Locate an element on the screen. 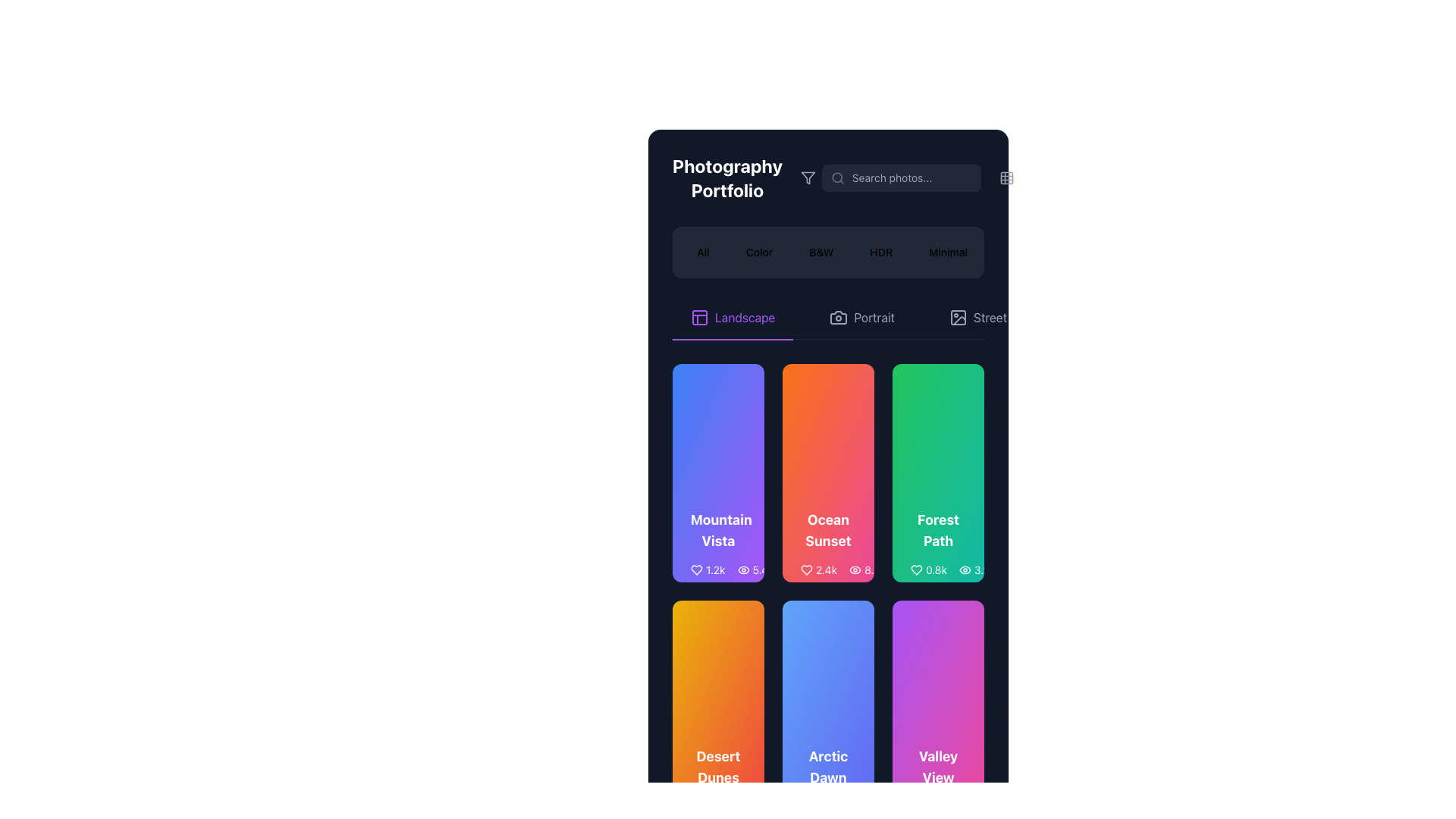 The height and width of the screenshot is (819, 1456). the rounded rectangle element that is centrally positioned within the photo frame icon is located at coordinates (957, 317).